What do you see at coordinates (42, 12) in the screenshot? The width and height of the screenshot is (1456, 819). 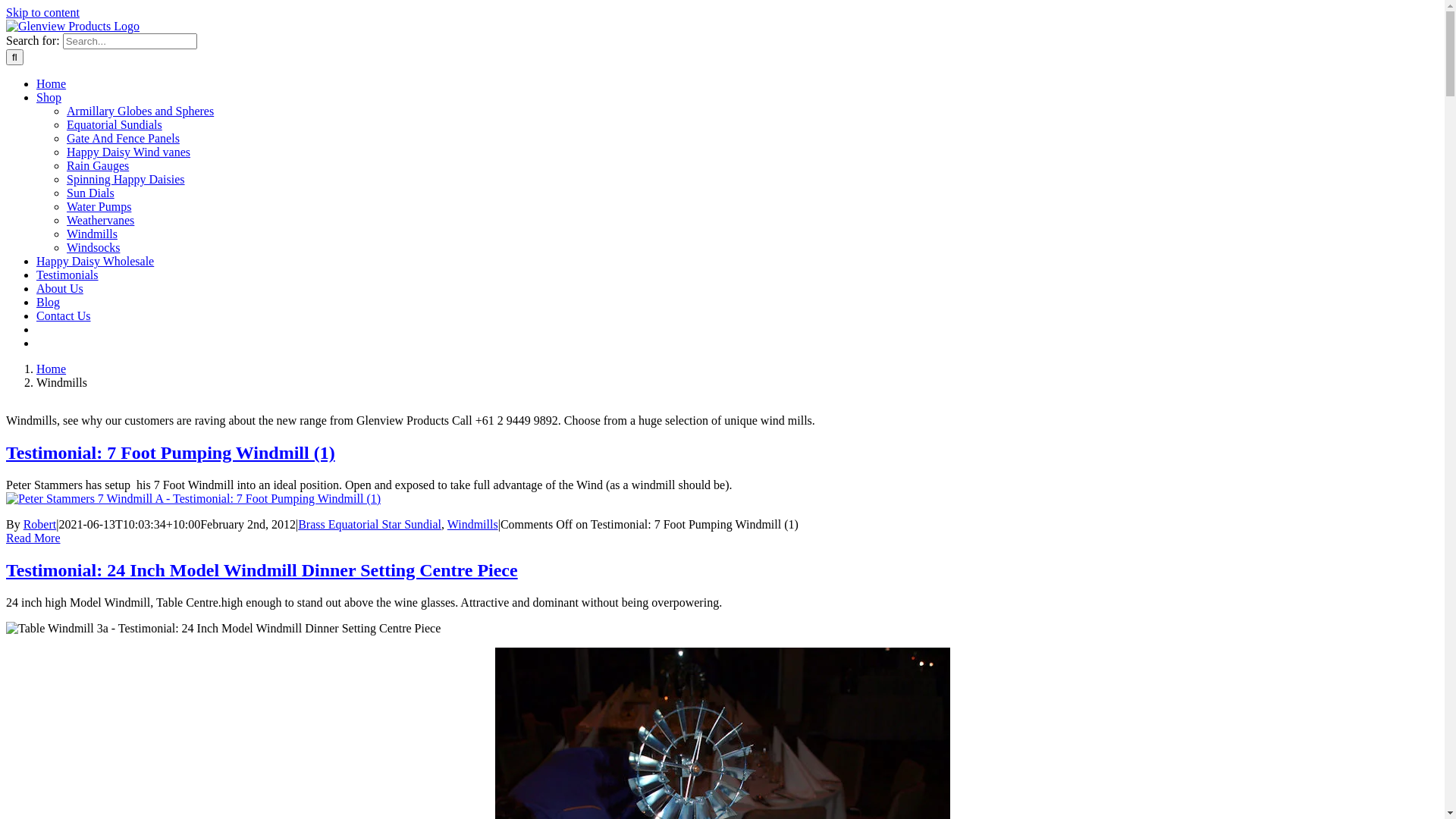 I see `'Skip to content'` at bounding box center [42, 12].